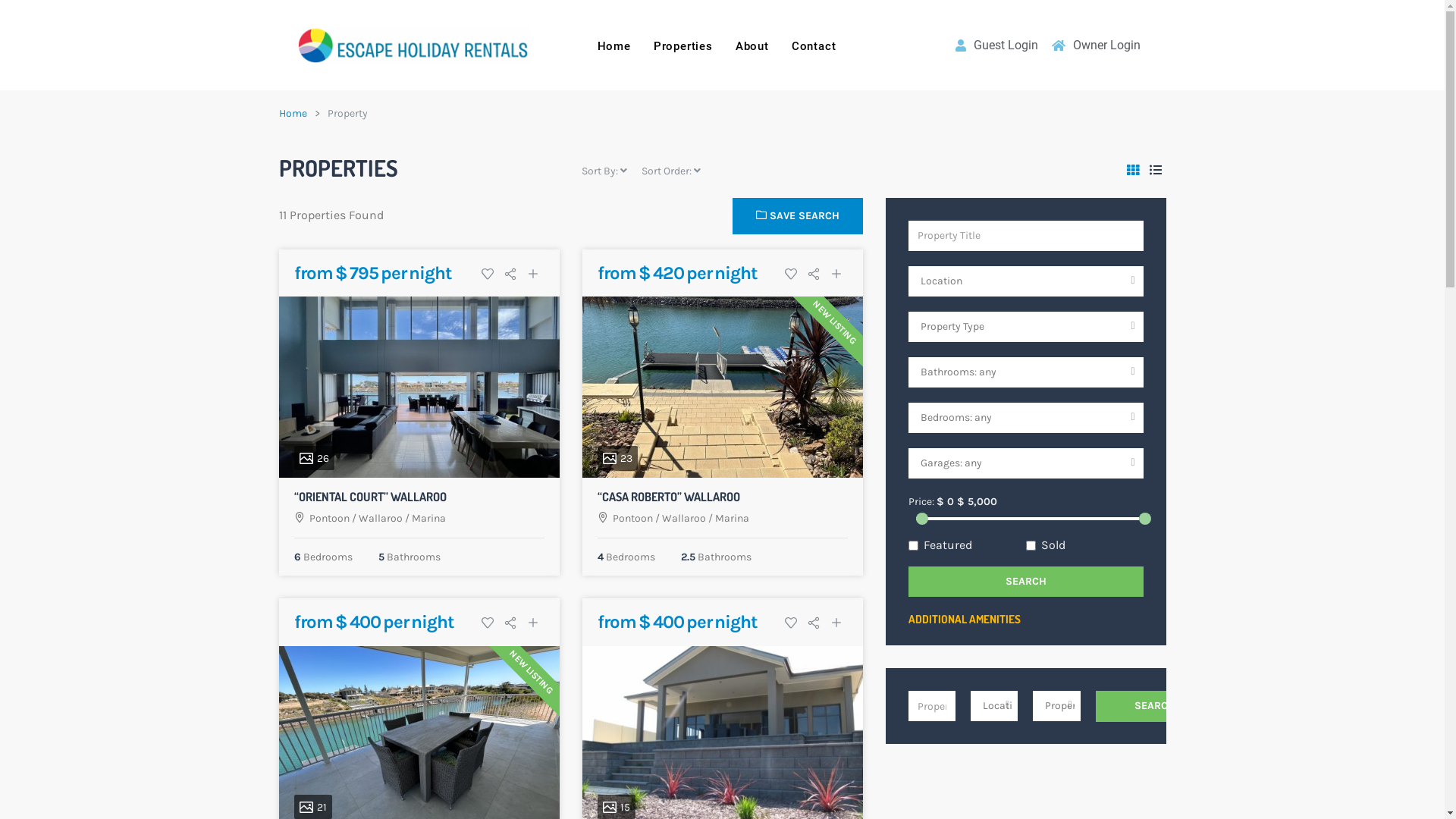 The width and height of the screenshot is (1456, 819). I want to click on 'Sort Order:', so click(670, 171).